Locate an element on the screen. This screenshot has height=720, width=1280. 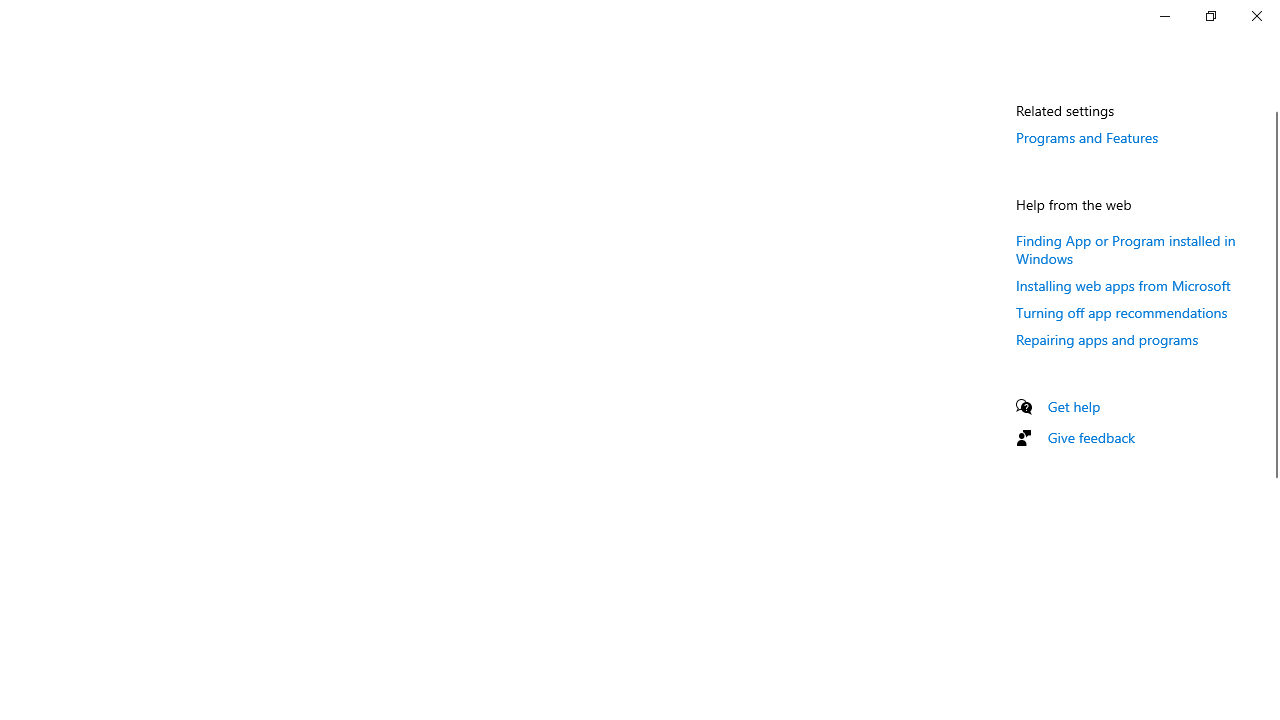
'Minimize Settings' is located at coordinates (1164, 15).